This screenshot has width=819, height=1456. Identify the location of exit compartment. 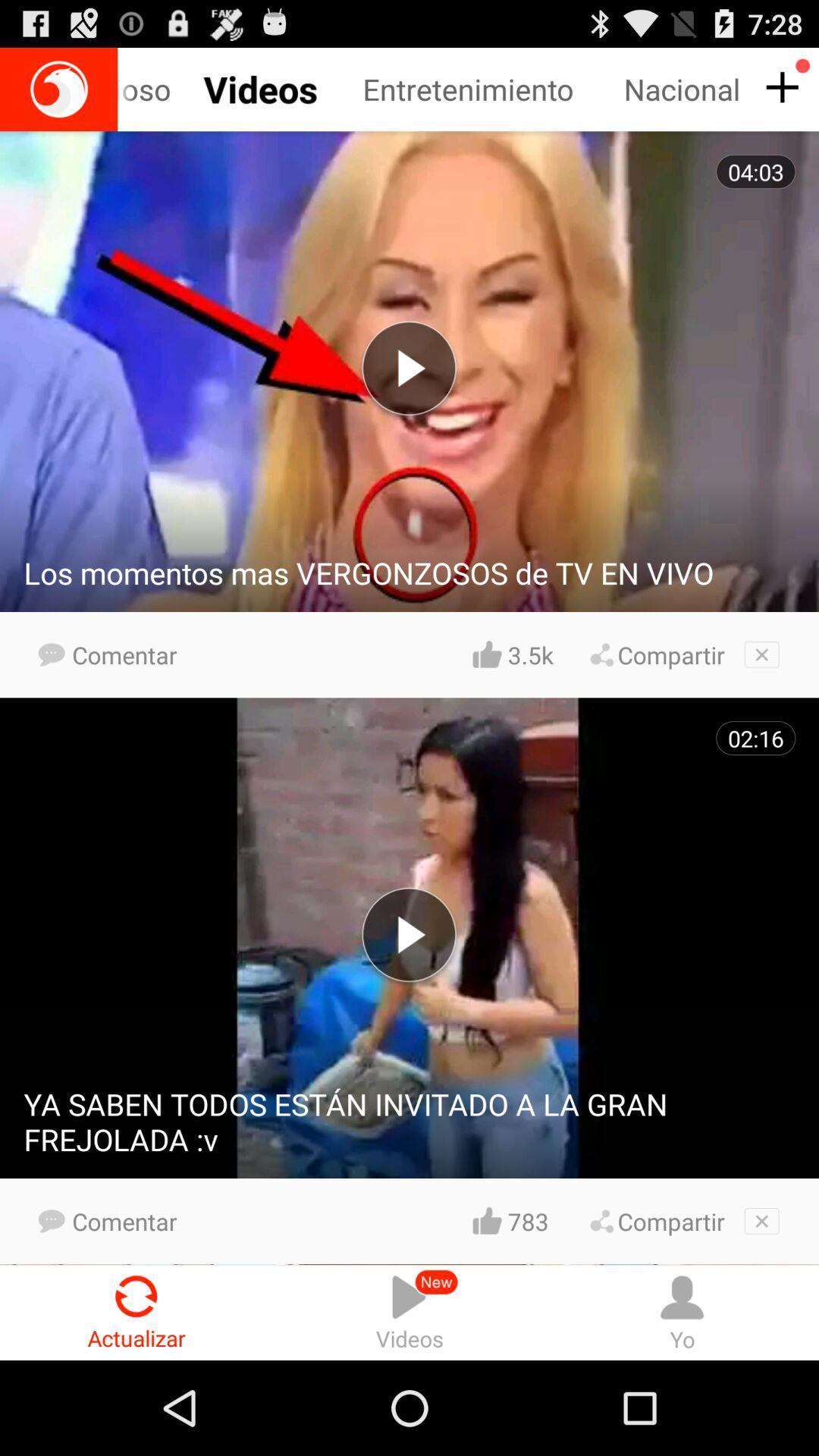
(761, 1221).